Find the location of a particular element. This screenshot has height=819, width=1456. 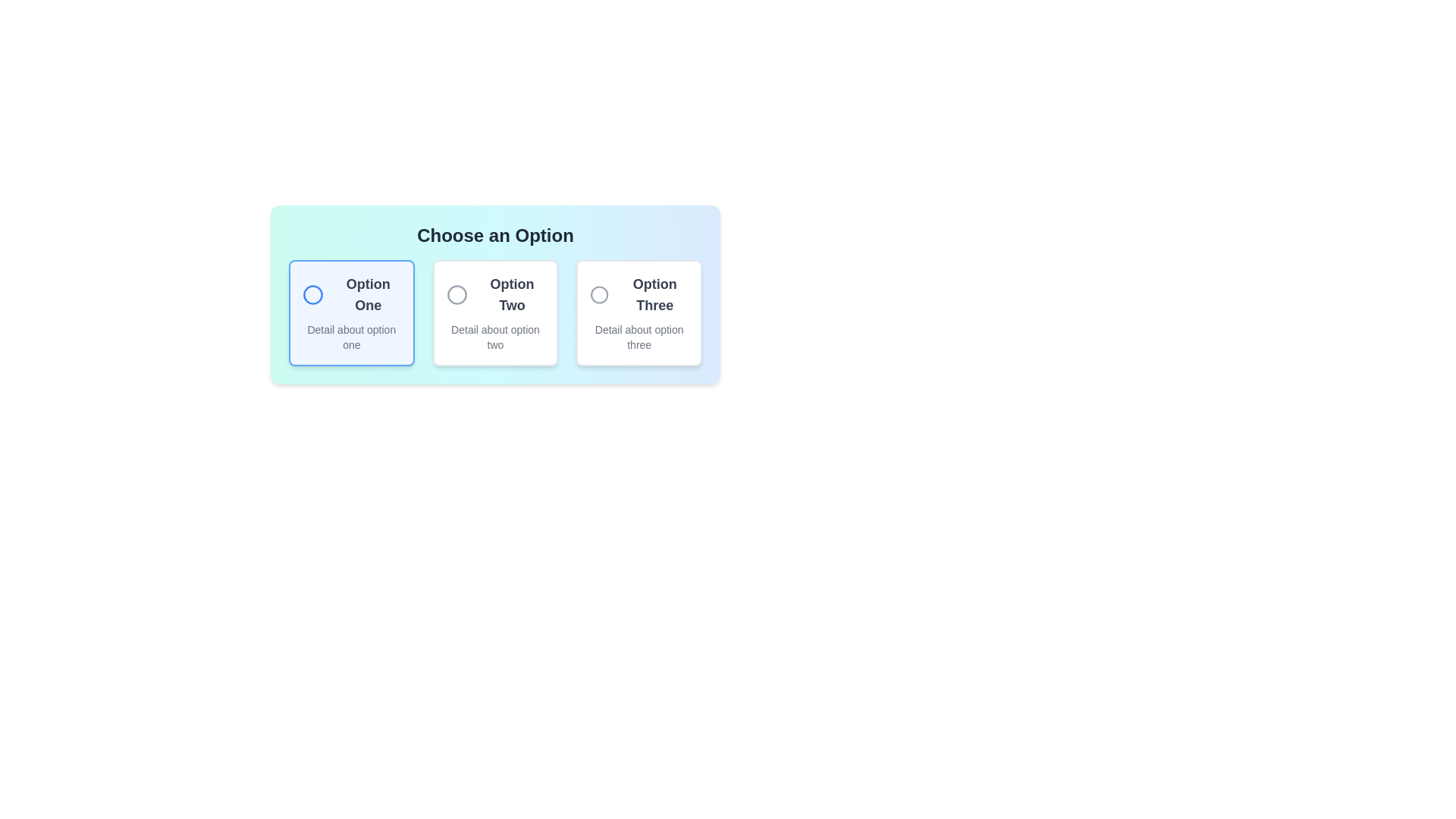

the text block providing additional information about 'Option Two' is located at coordinates (495, 336).